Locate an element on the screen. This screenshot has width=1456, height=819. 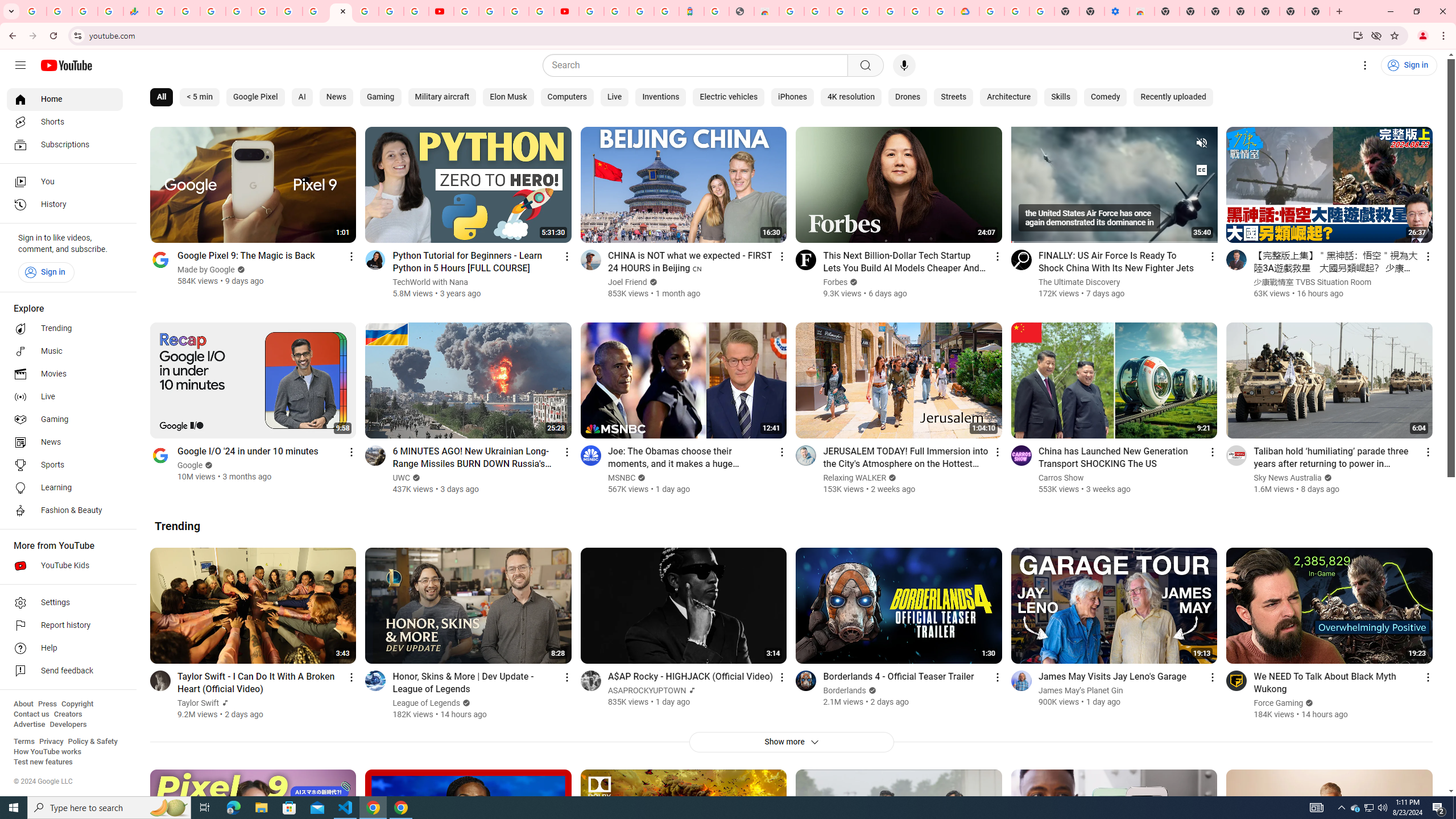
'Press' is located at coordinates (47, 704).